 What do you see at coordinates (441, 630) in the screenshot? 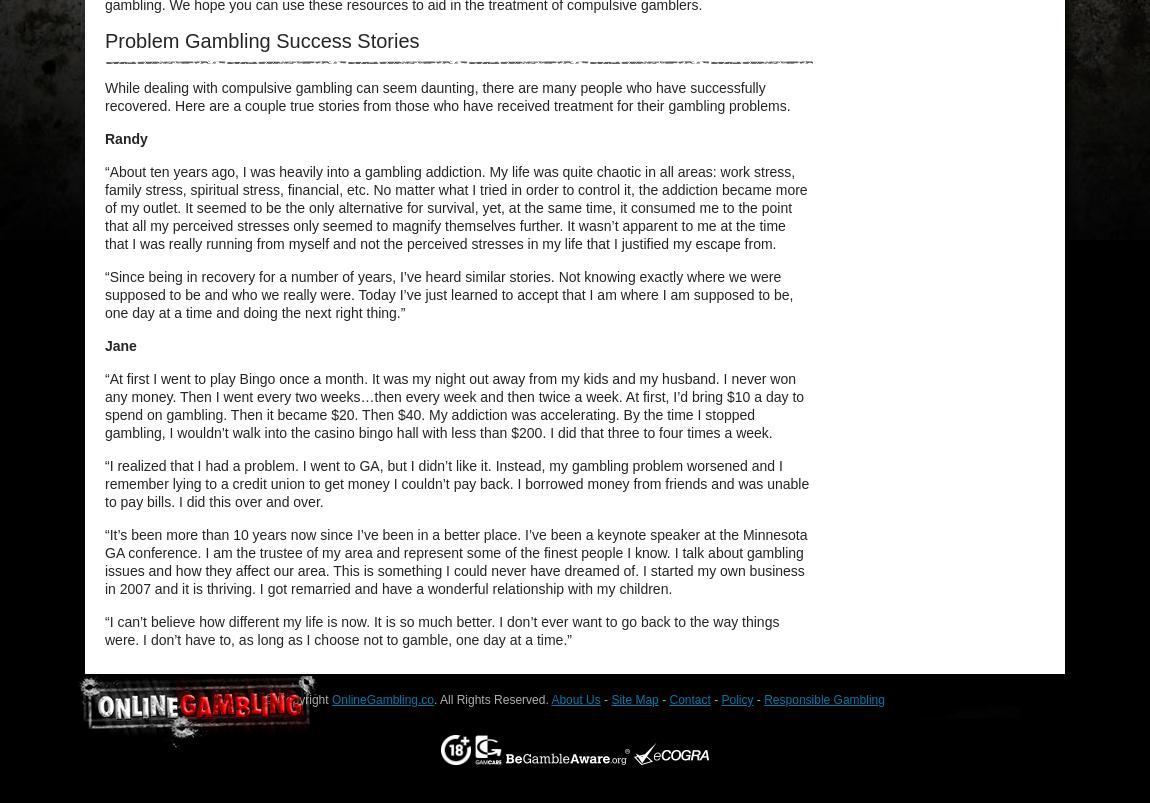
I see `'“I can’t believe how different my life is now. It is so much better. I don’t ever want to go back to the way things were. I don’t have to, as long as I choose not to gamble, one day at a time.”'` at bounding box center [441, 630].